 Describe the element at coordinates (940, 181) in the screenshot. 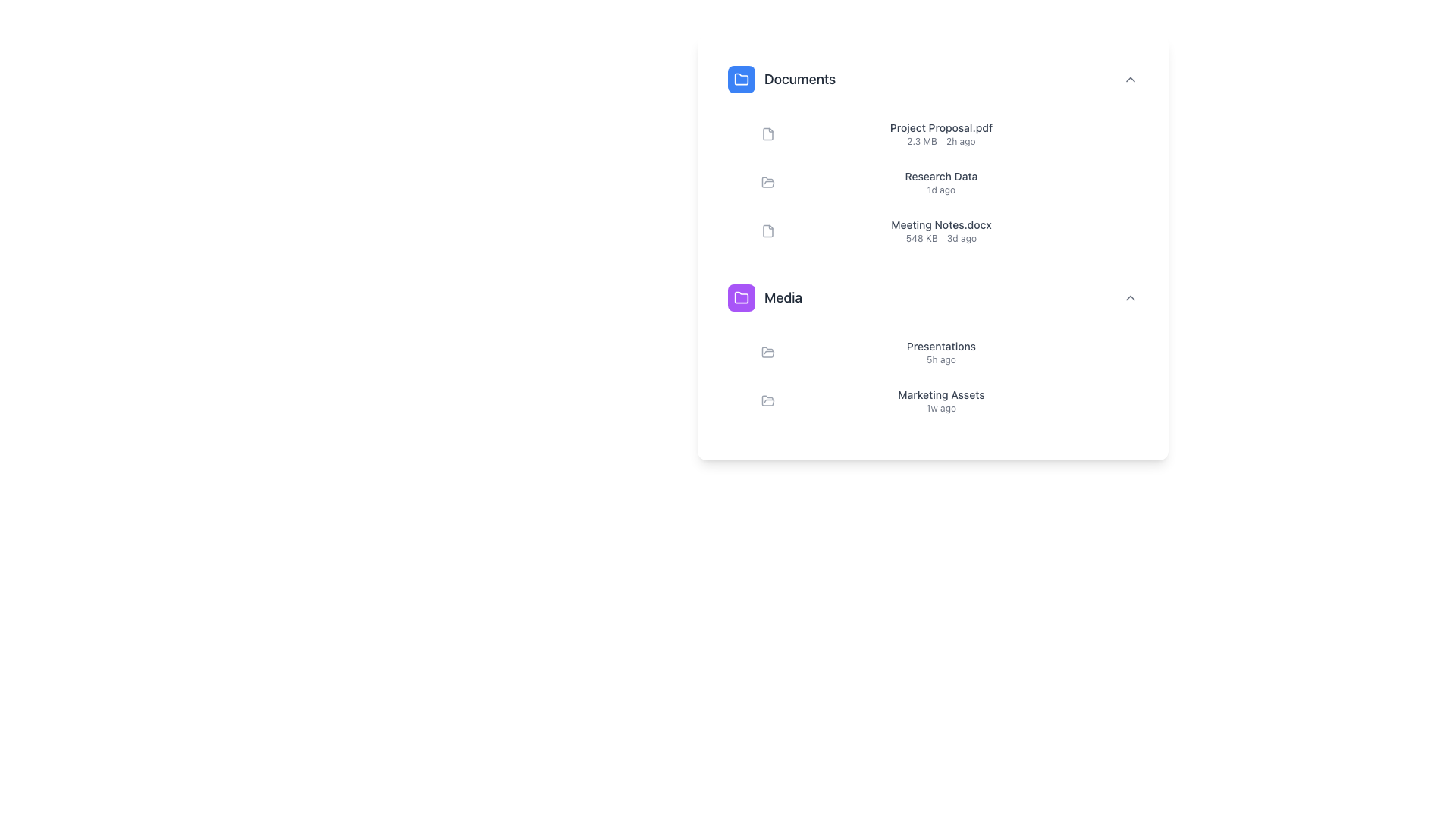

I see `the 'Research Data' text block with date metadata, which is located between 'Project Proposal.pdf' and 'Meeting Notes.docx'` at that location.